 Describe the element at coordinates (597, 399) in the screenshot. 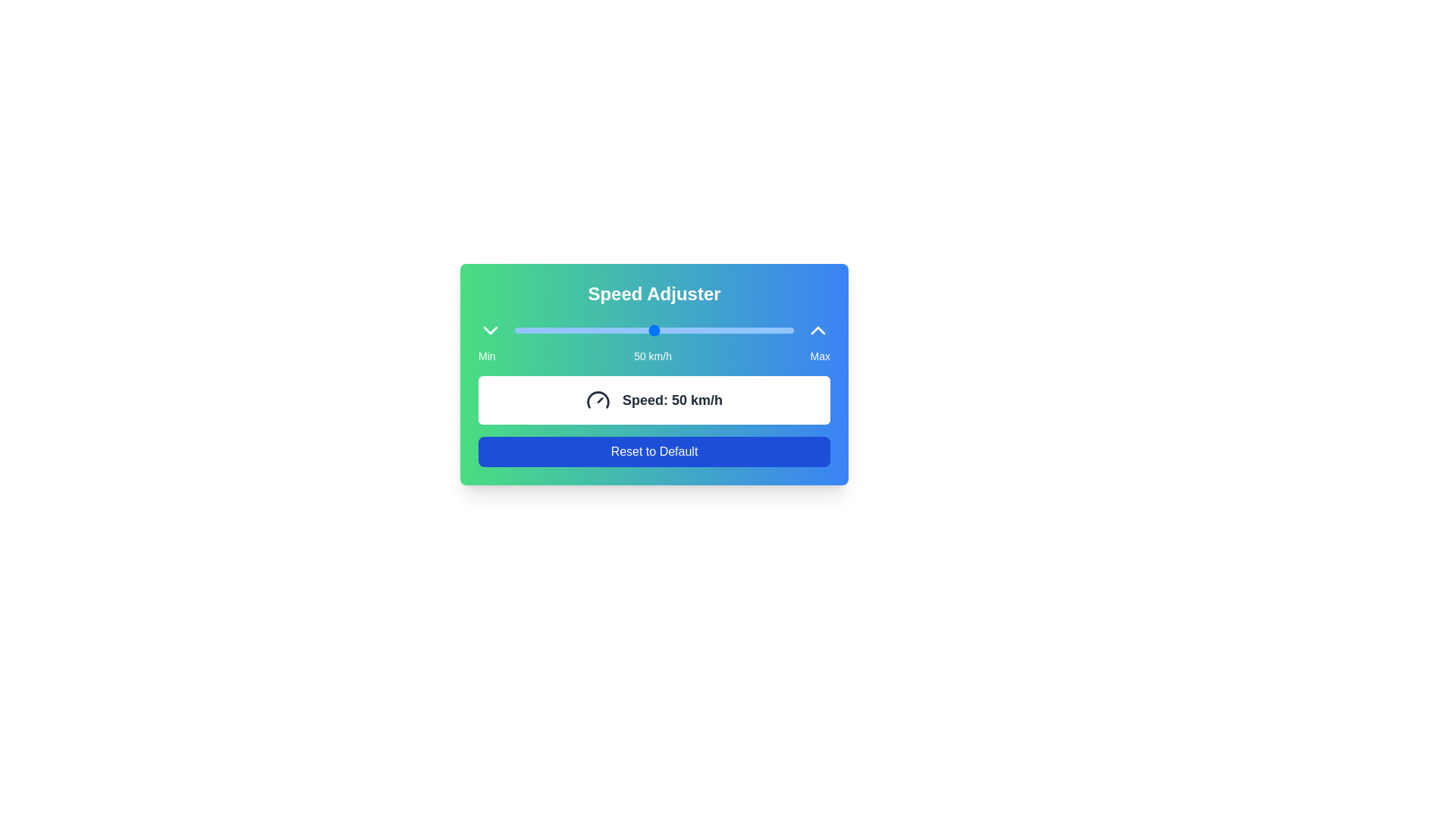

I see `the lower segment of the gauge icon, which has a clean, simplistic design and resembles a speedometer arc, in the 'Speed Adjuster' interface` at that location.